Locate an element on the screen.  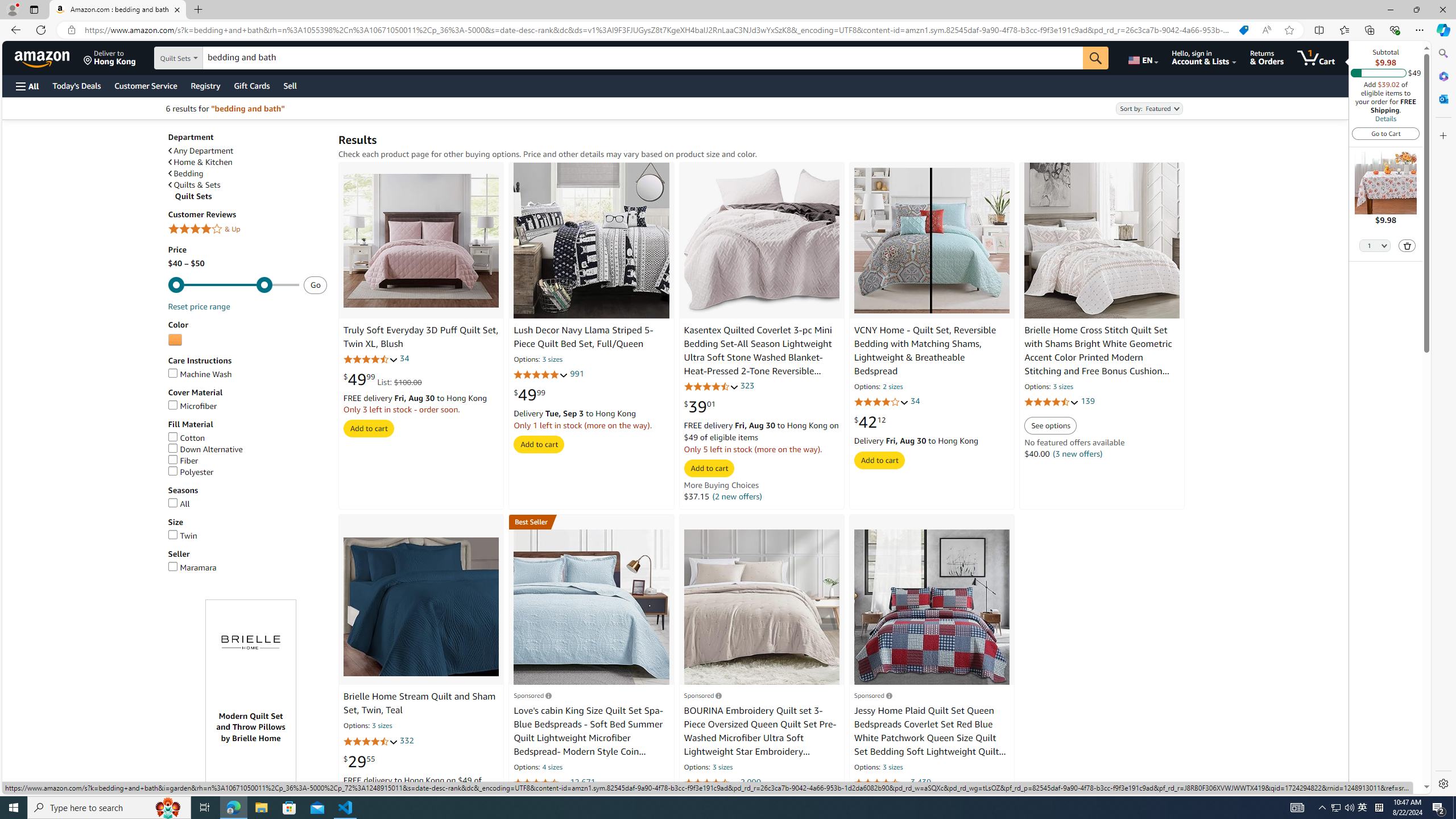
'Quantity Selector' is located at coordinates (1375, 245).